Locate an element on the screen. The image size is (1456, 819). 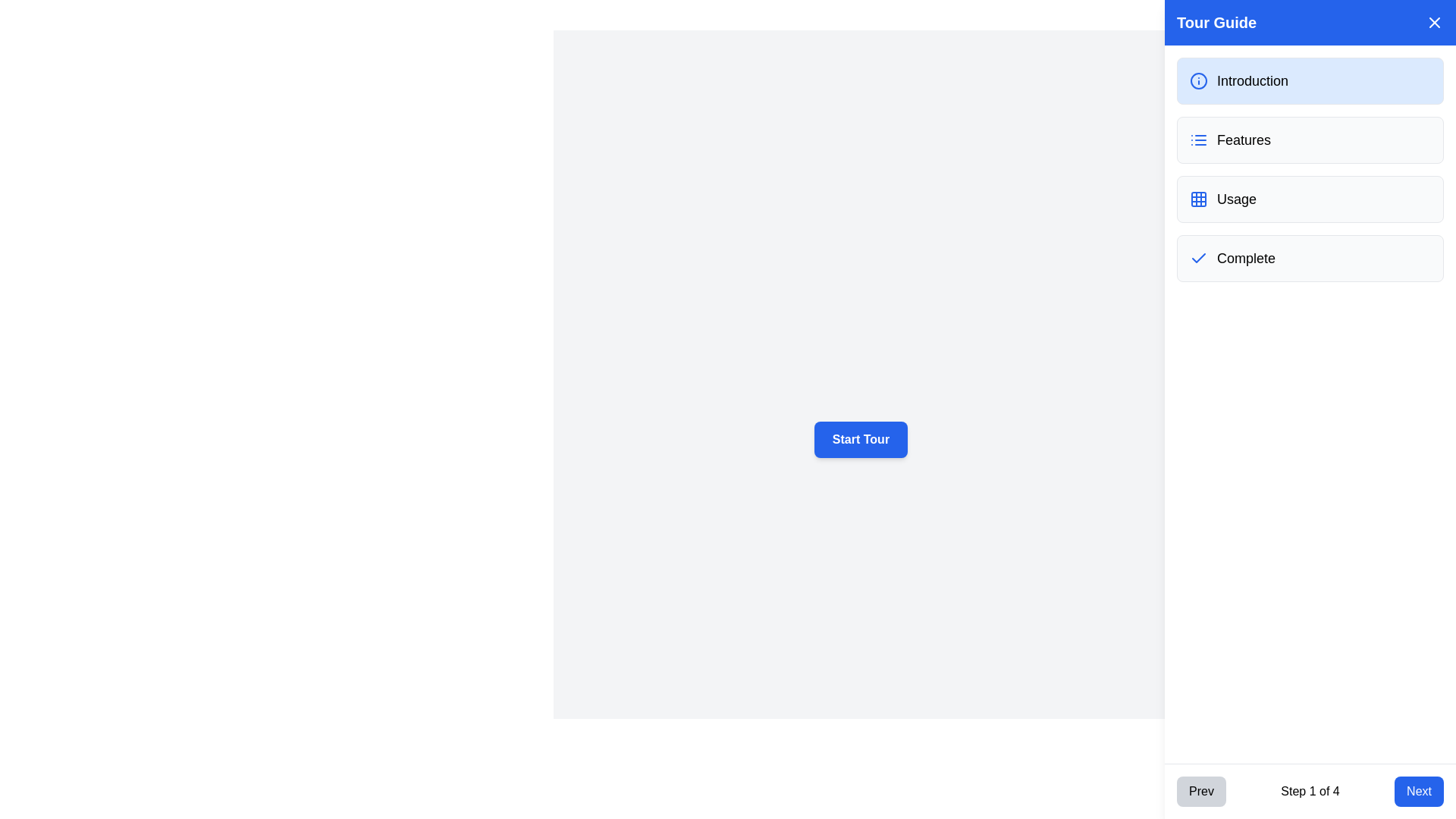
the settings icon located at the top-left cell of the 3x3 grid in the sidebar titled 'Tour Guide' is located at coordinates (1197, 198).